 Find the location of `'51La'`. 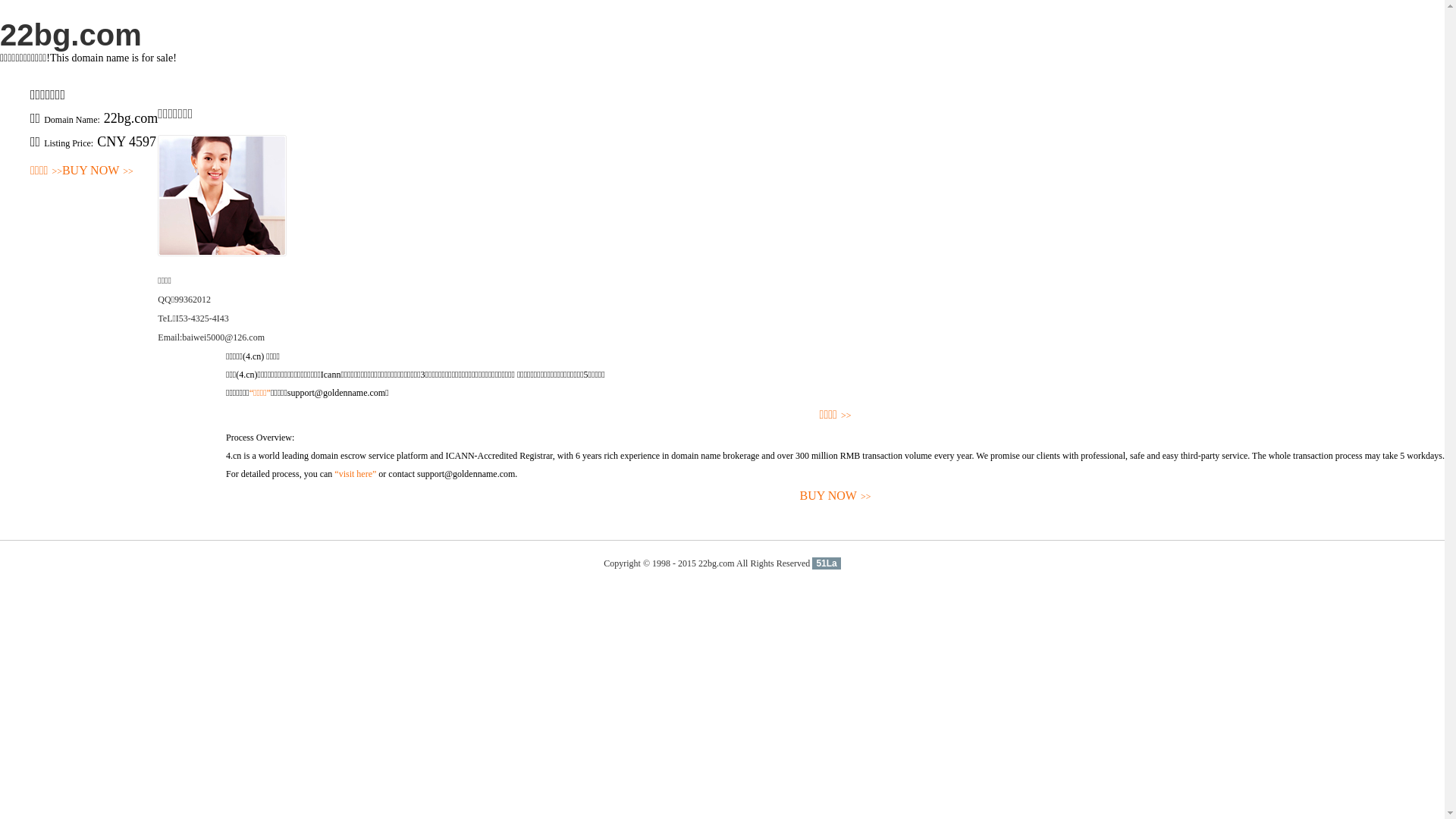

'51La' is located at coordinates (825, 563).